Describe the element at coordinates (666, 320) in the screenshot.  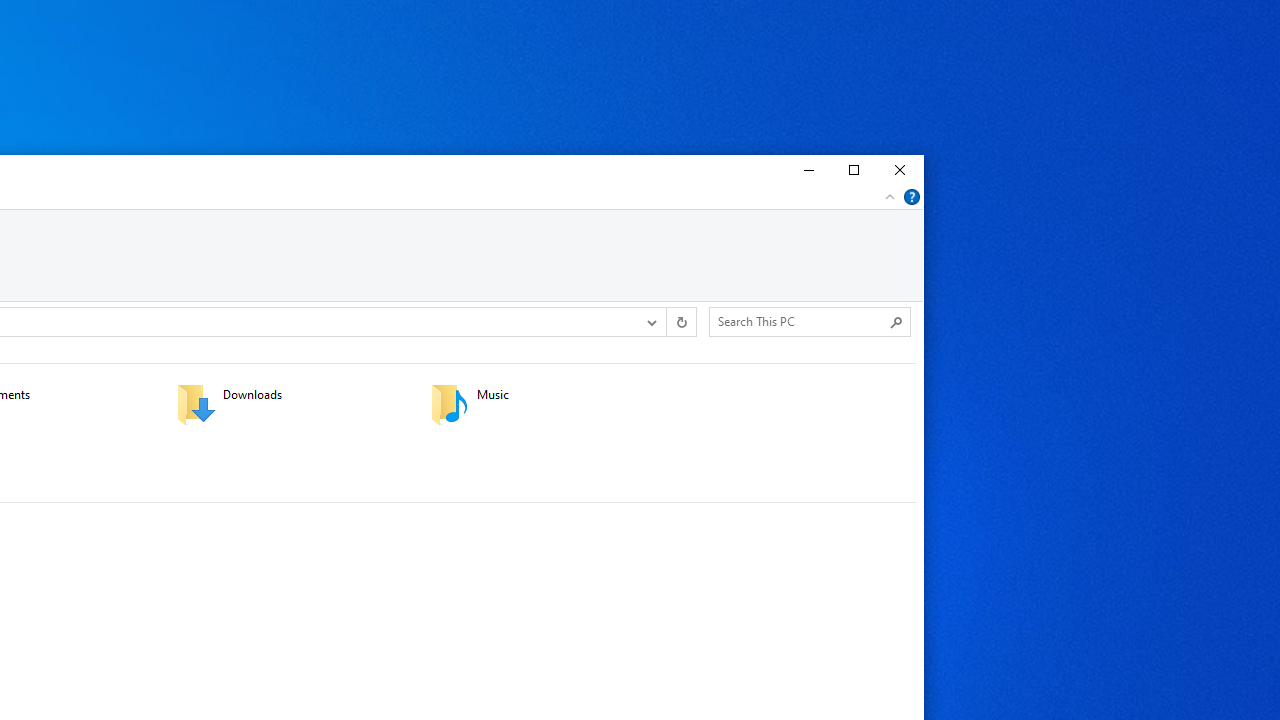
I see `'Address band toolbar'` at that location.